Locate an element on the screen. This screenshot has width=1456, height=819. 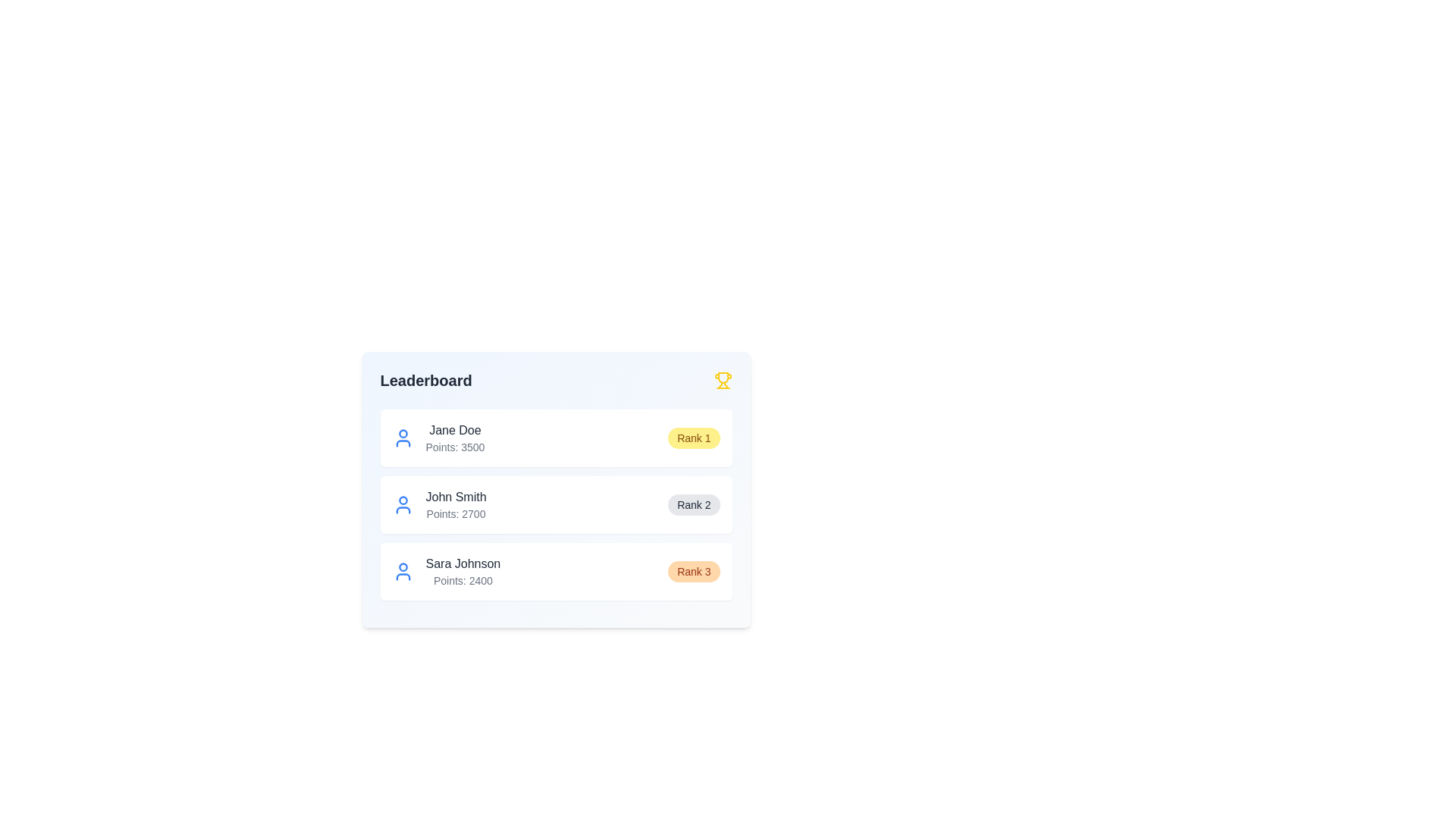
the static text label displaying the point total (3500) for 'Jane Doe' in the leaderboard, located below the user's name is located at coordinates (454, 447).